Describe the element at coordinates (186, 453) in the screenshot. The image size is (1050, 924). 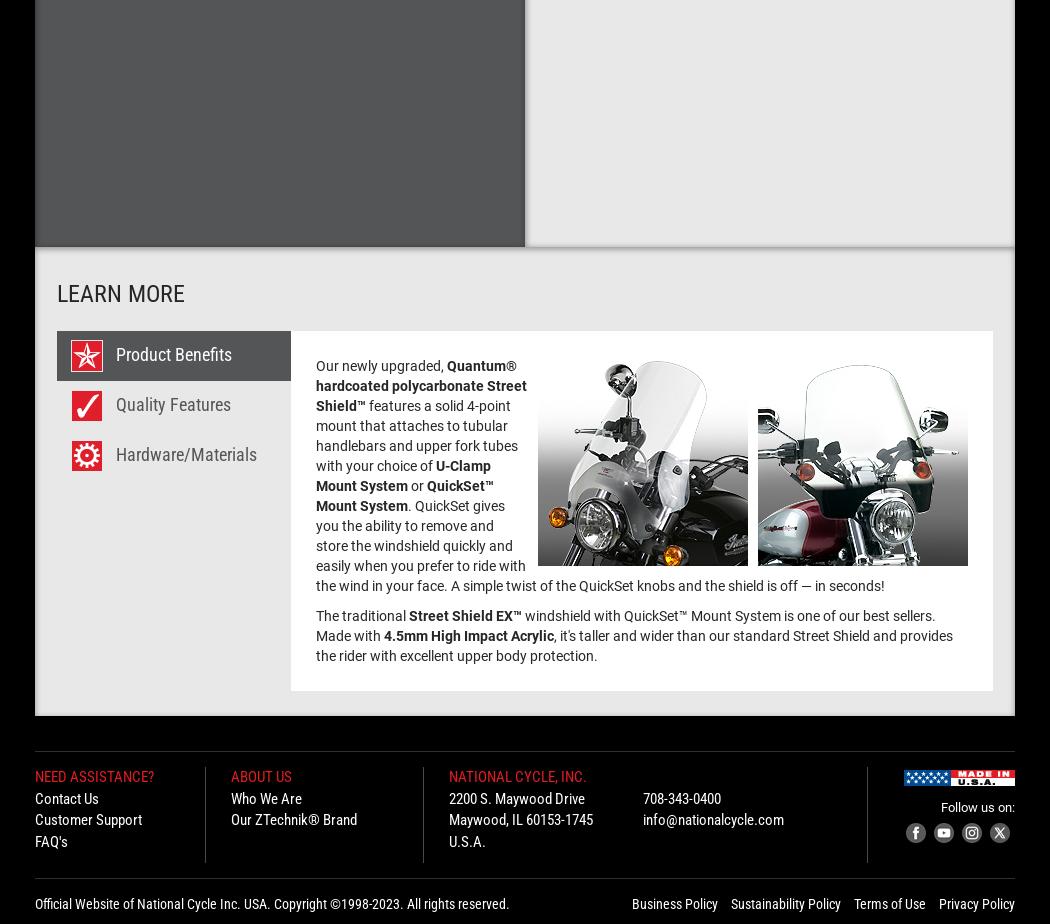
I see `'Hardware/Materials'` at that location.